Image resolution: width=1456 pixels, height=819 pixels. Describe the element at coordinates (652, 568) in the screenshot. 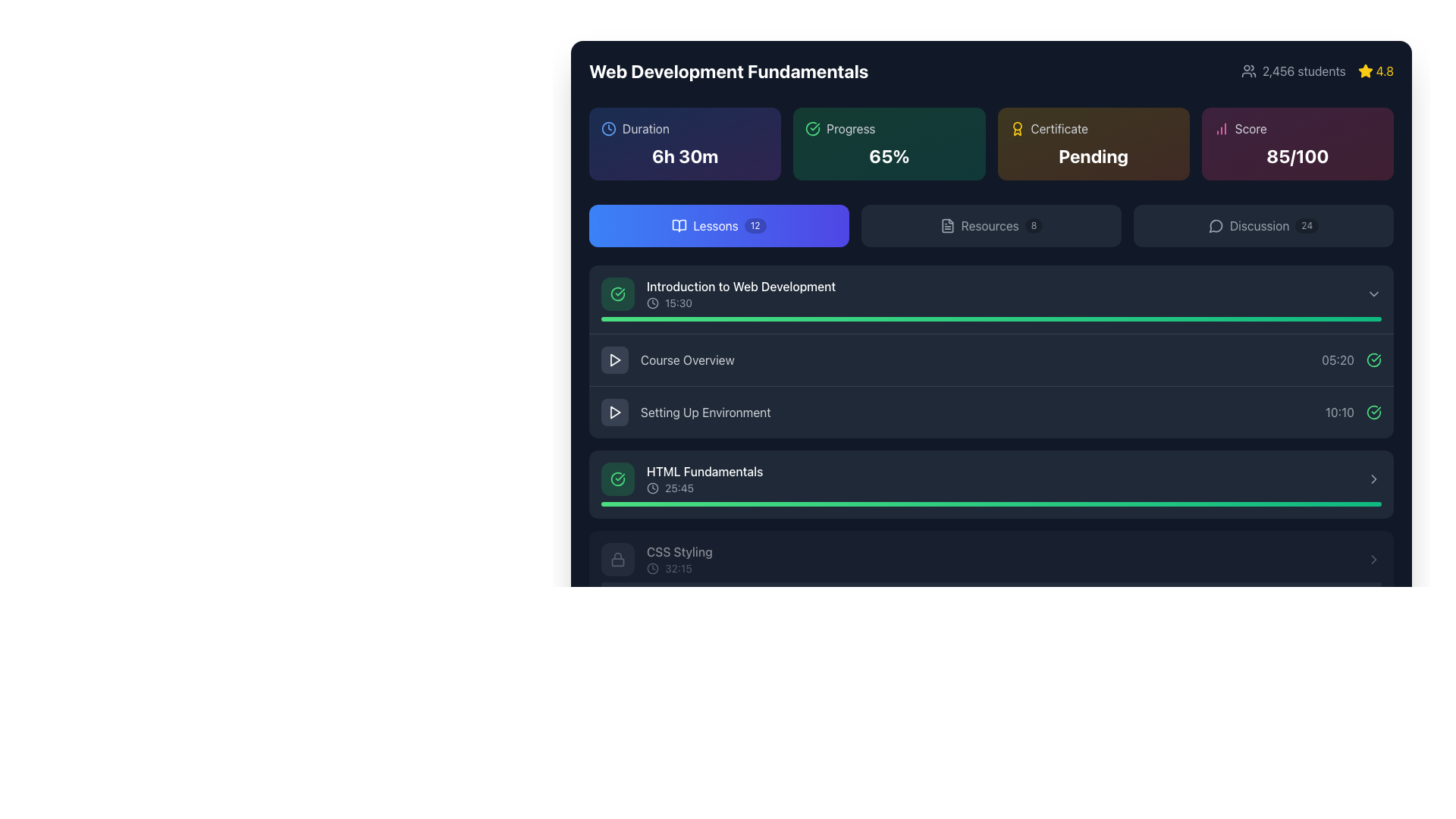

I see `the circular graphical element representing a clock or timer, located to the left of the 'CSS Styling' course entry in the list of lessons` at that location.